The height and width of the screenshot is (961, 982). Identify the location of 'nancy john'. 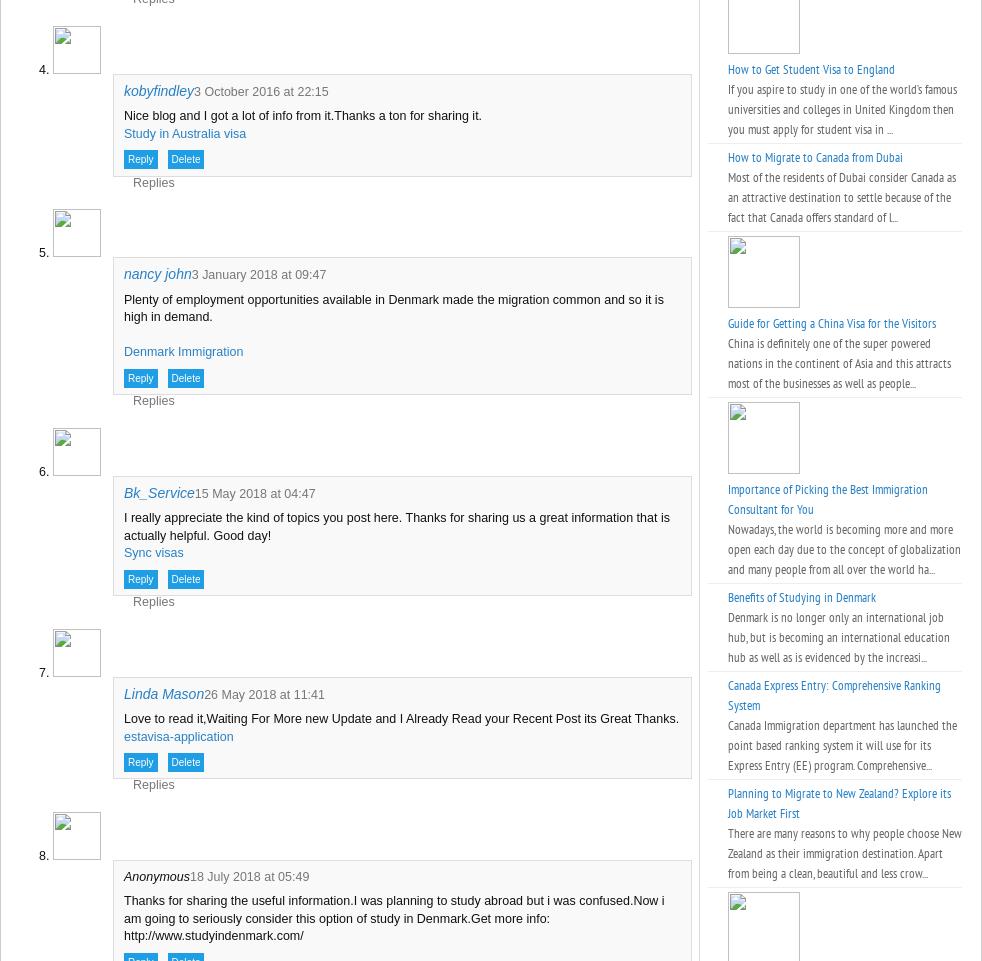
(156, 273).